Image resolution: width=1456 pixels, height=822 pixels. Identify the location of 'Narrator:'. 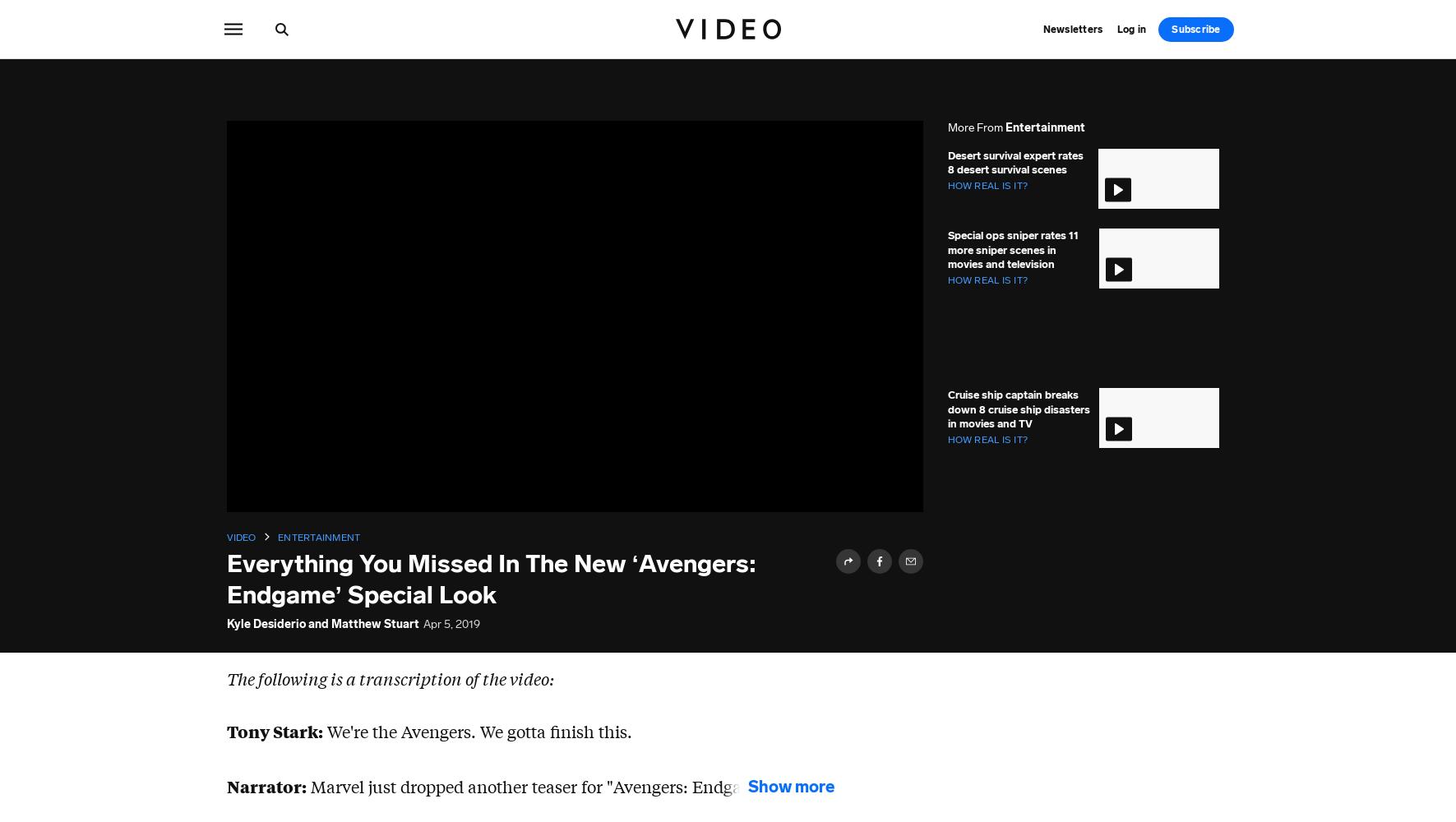
(265, 784).